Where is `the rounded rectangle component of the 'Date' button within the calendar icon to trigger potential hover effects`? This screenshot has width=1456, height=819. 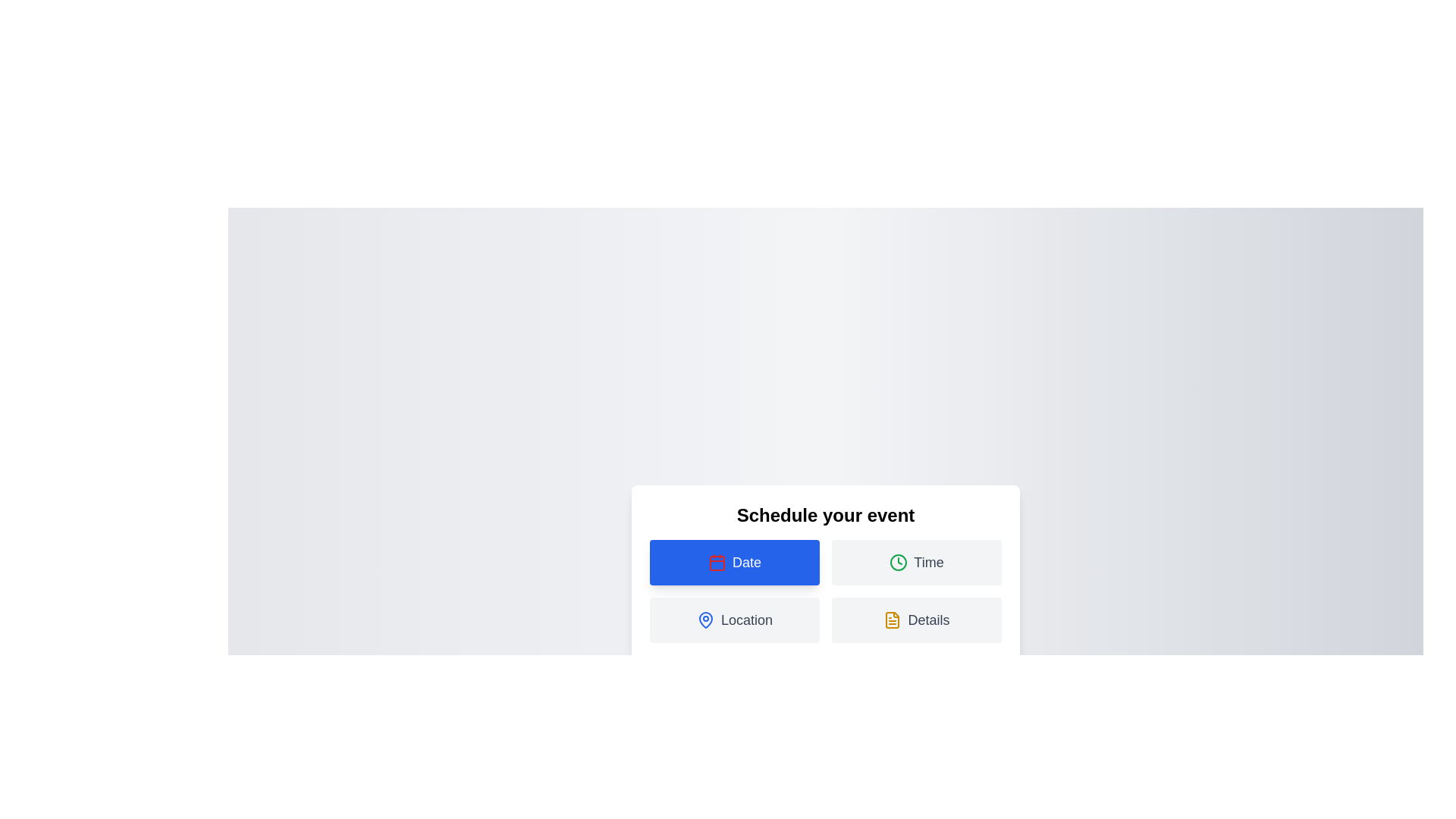
the rounded rectangle component of the 'Date' button within the calendar icon to trigger potential hover effects is located at coordinates (716, 563).